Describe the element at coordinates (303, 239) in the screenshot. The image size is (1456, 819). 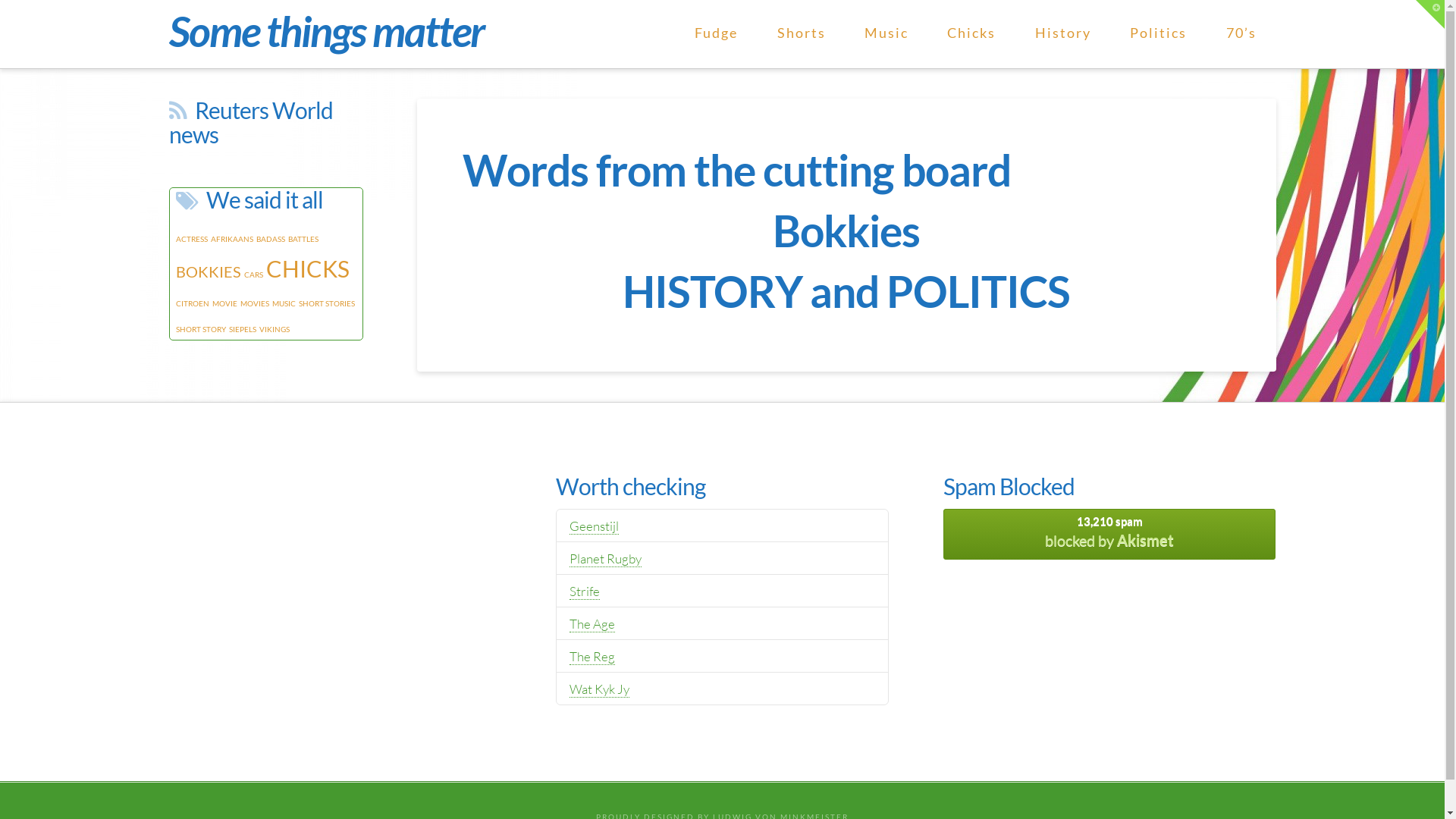
I see `'BATTLES'` at that location.